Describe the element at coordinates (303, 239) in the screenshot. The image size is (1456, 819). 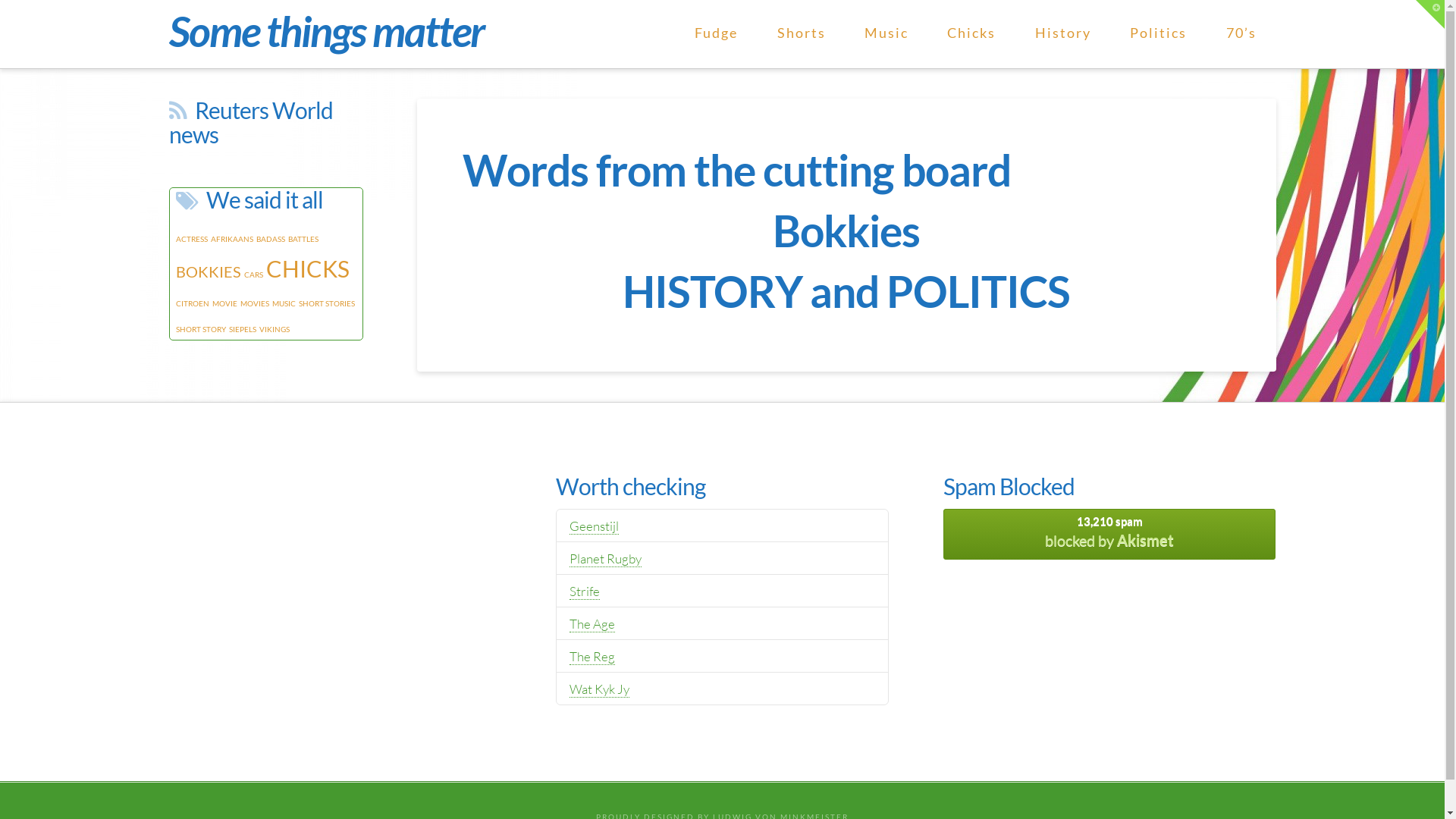
I see `'BATTLES'` at that location.